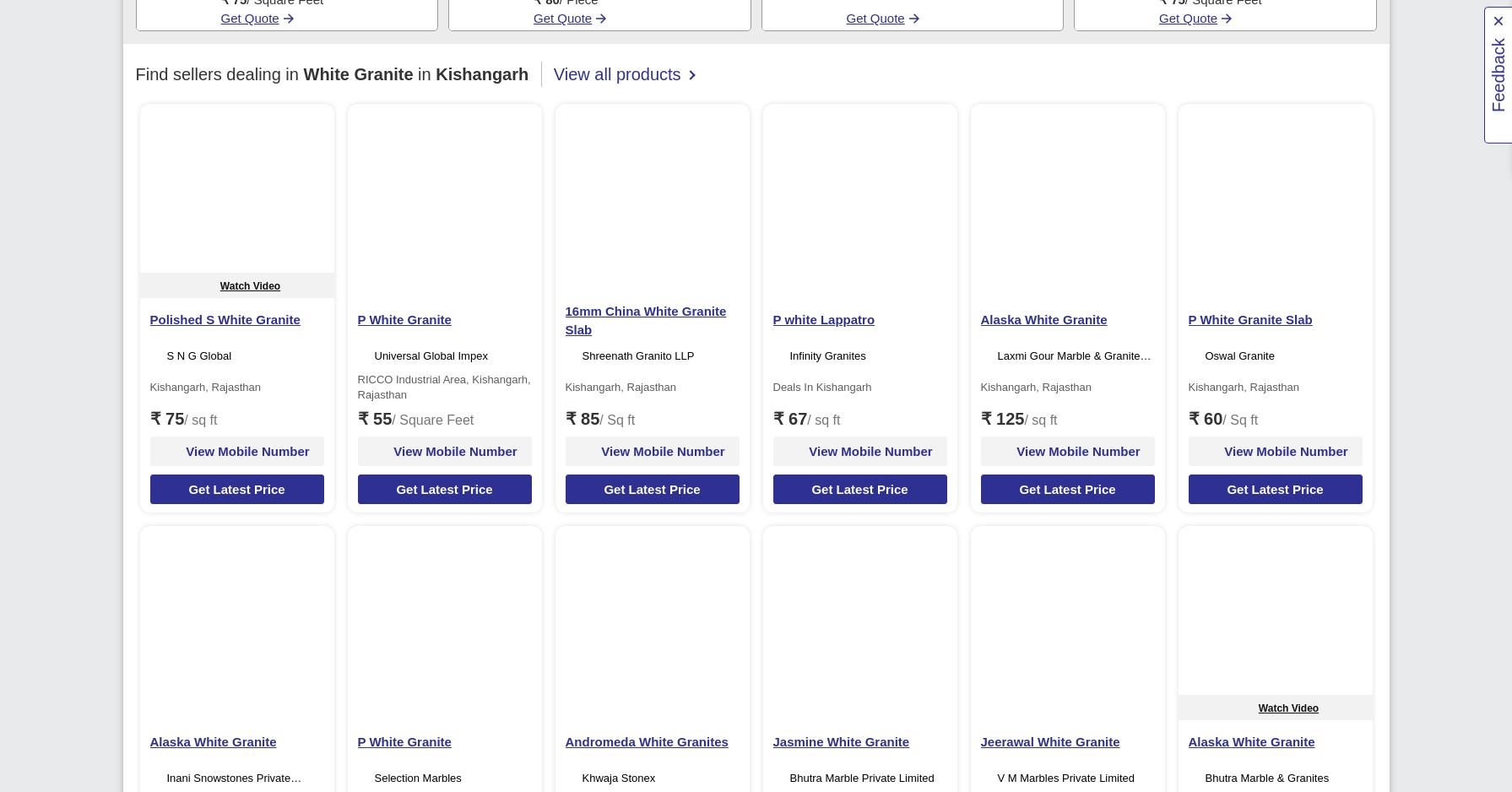 This screenshot has height=792, width=1512. I want to click on 'P White Granite Slab', so click(1249, 318).